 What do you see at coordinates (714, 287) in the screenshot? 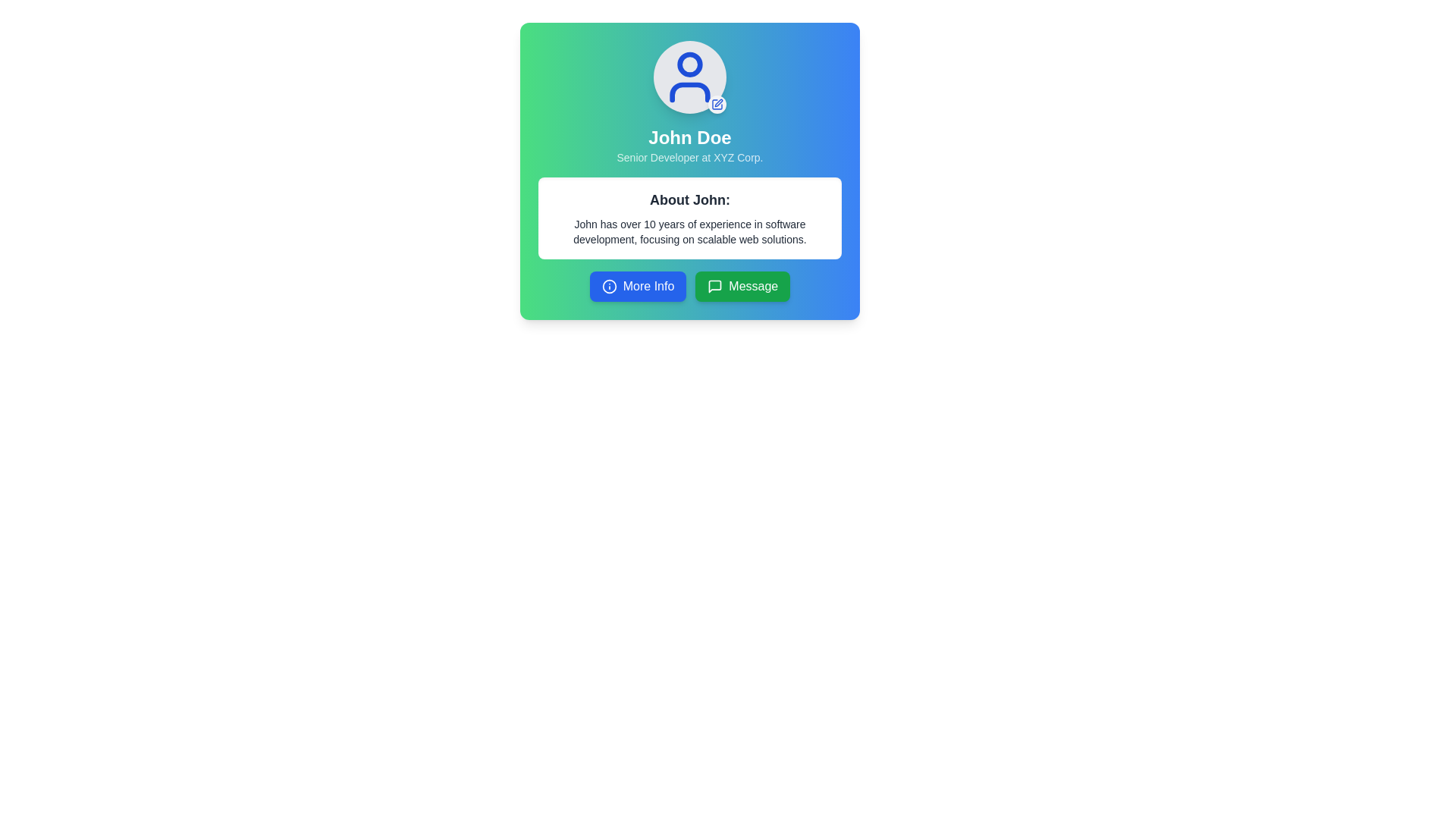
I see `the 'Message' icon located to the left of the button's text at the bottom right of the card, which serves as a visual indicator for the 'Message' functionality` at bounding box center [714, 287].